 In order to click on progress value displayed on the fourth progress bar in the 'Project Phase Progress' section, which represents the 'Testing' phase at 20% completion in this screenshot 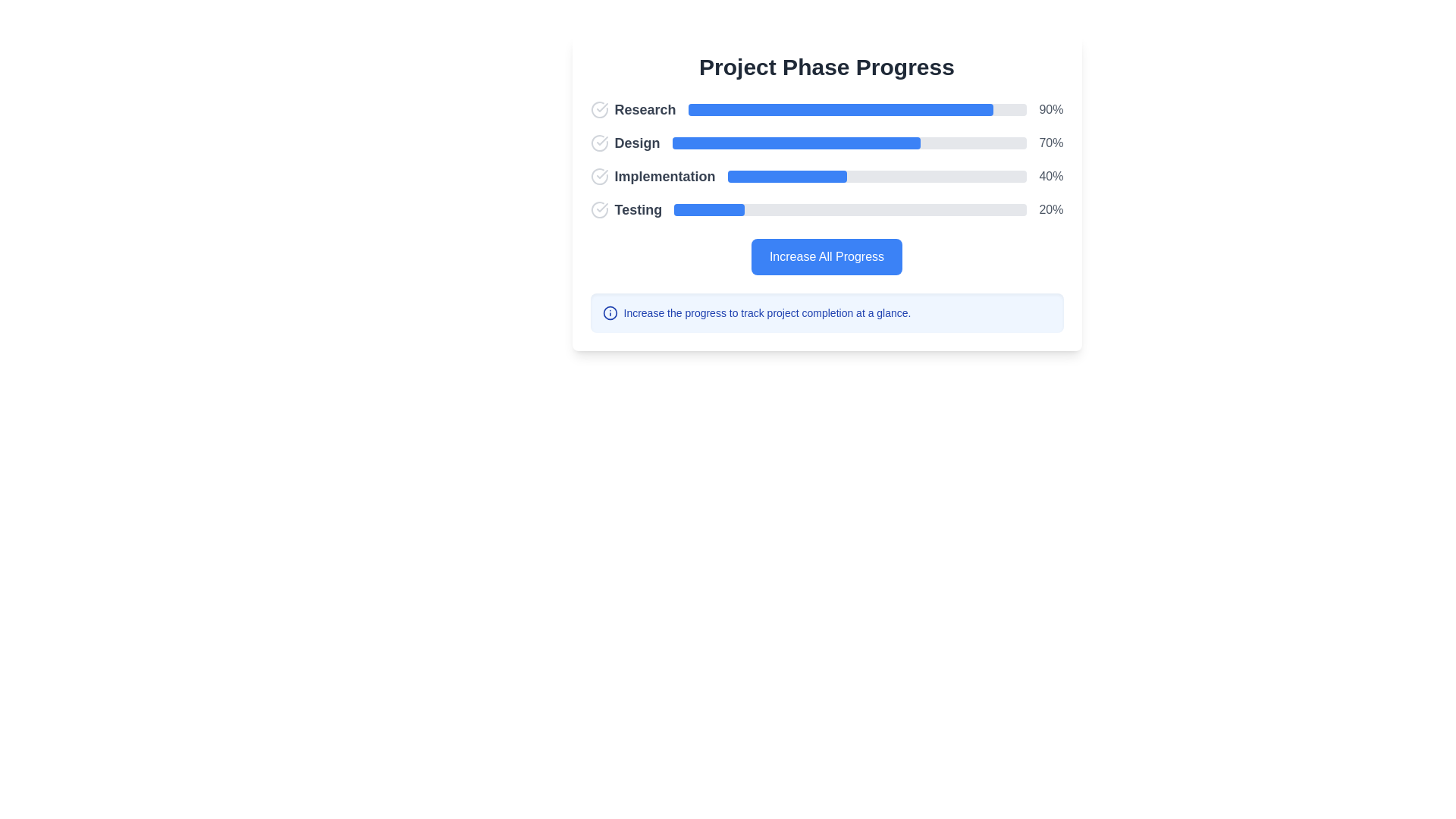, I will do `click(826, 210)`.